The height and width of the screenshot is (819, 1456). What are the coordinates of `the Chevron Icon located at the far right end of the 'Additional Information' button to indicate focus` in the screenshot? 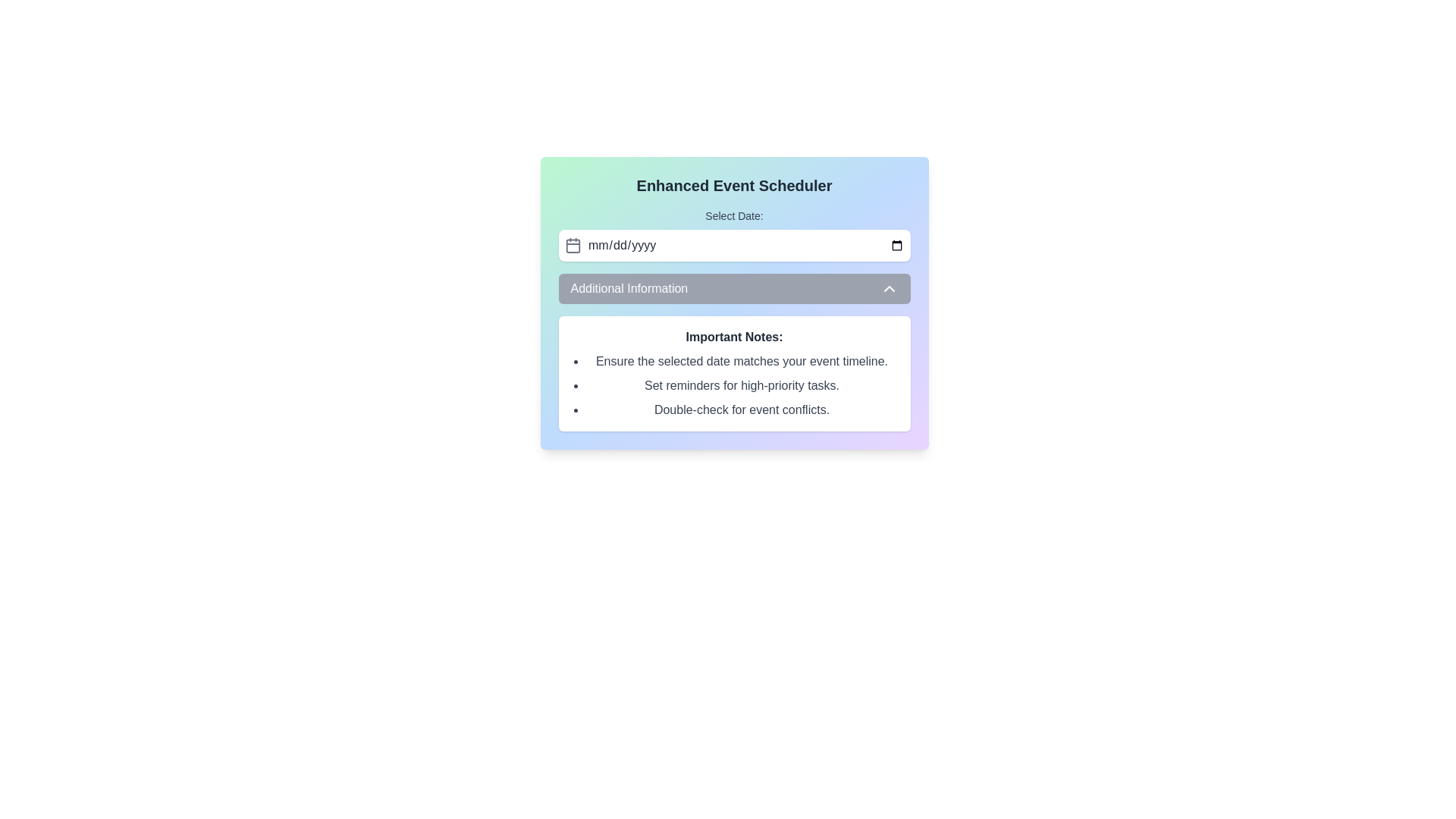 It's located at (889, 289).